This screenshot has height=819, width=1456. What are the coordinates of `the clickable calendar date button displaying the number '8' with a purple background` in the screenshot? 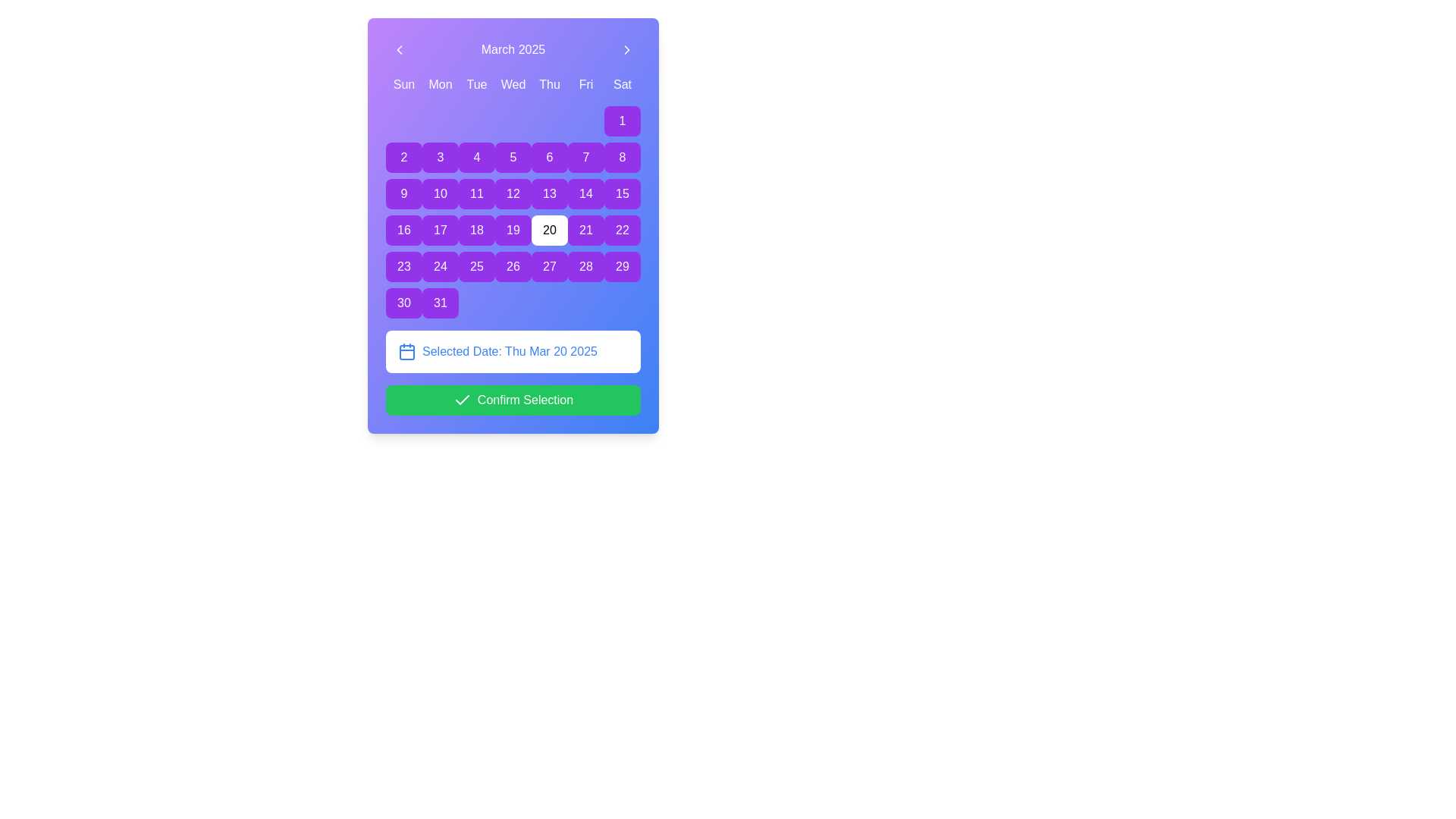 It's located at (622, 158).